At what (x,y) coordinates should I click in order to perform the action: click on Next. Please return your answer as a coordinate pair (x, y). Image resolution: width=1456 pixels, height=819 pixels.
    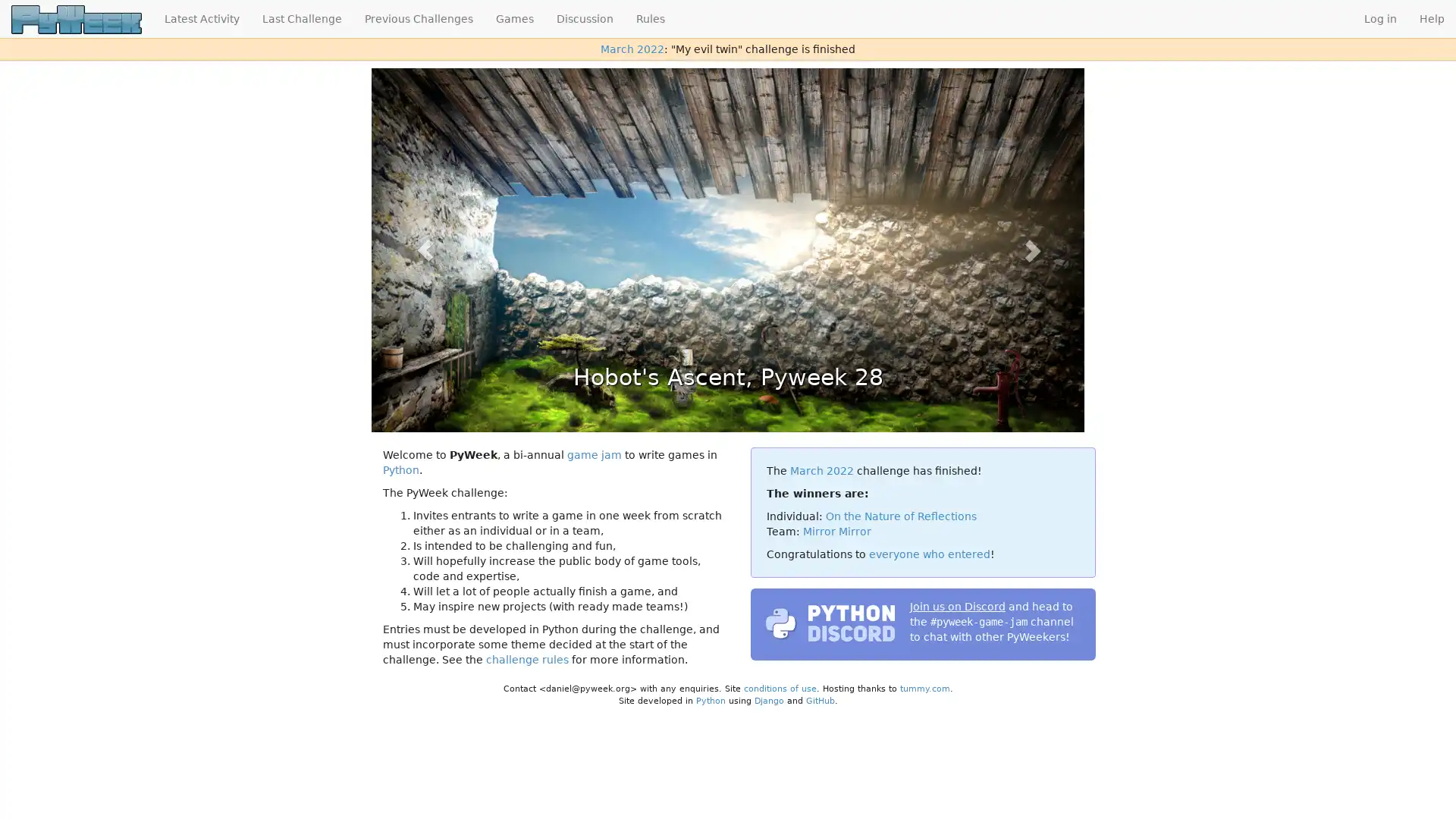
    Looking at the image, I should click on (1031, 249).